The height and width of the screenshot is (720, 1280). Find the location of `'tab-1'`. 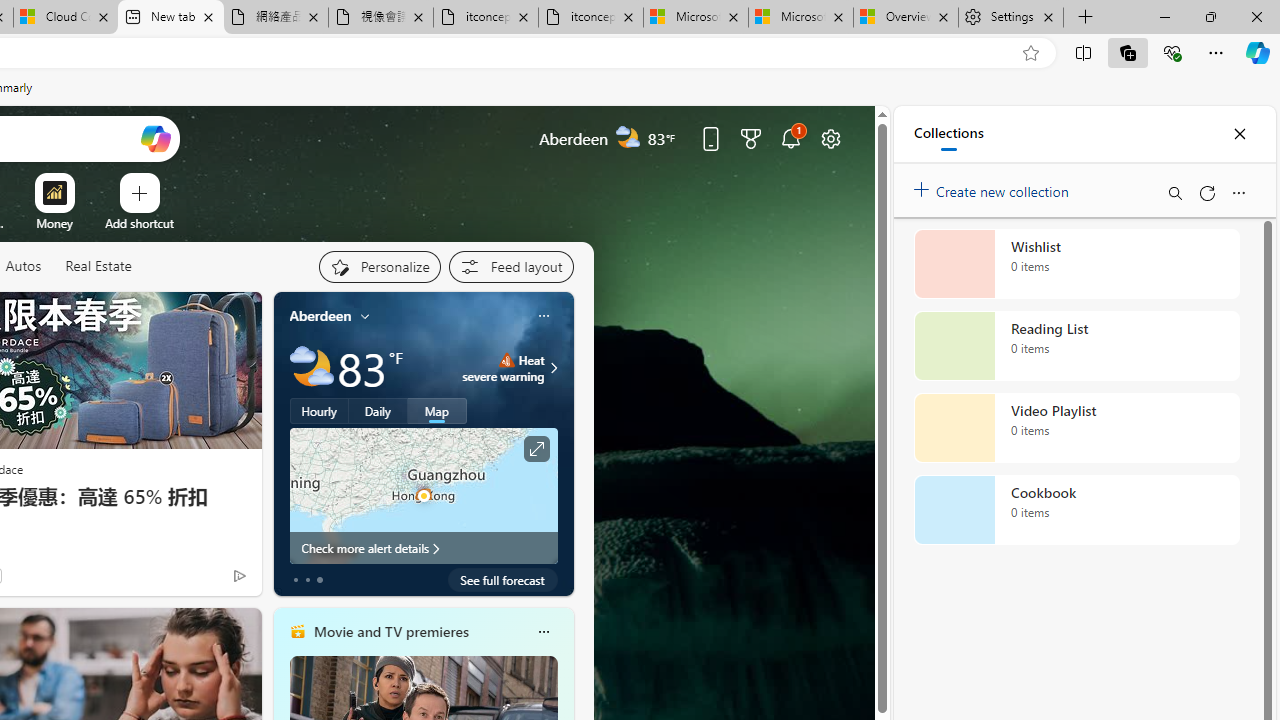

'tab-1' is located at coordinates (306, 579).